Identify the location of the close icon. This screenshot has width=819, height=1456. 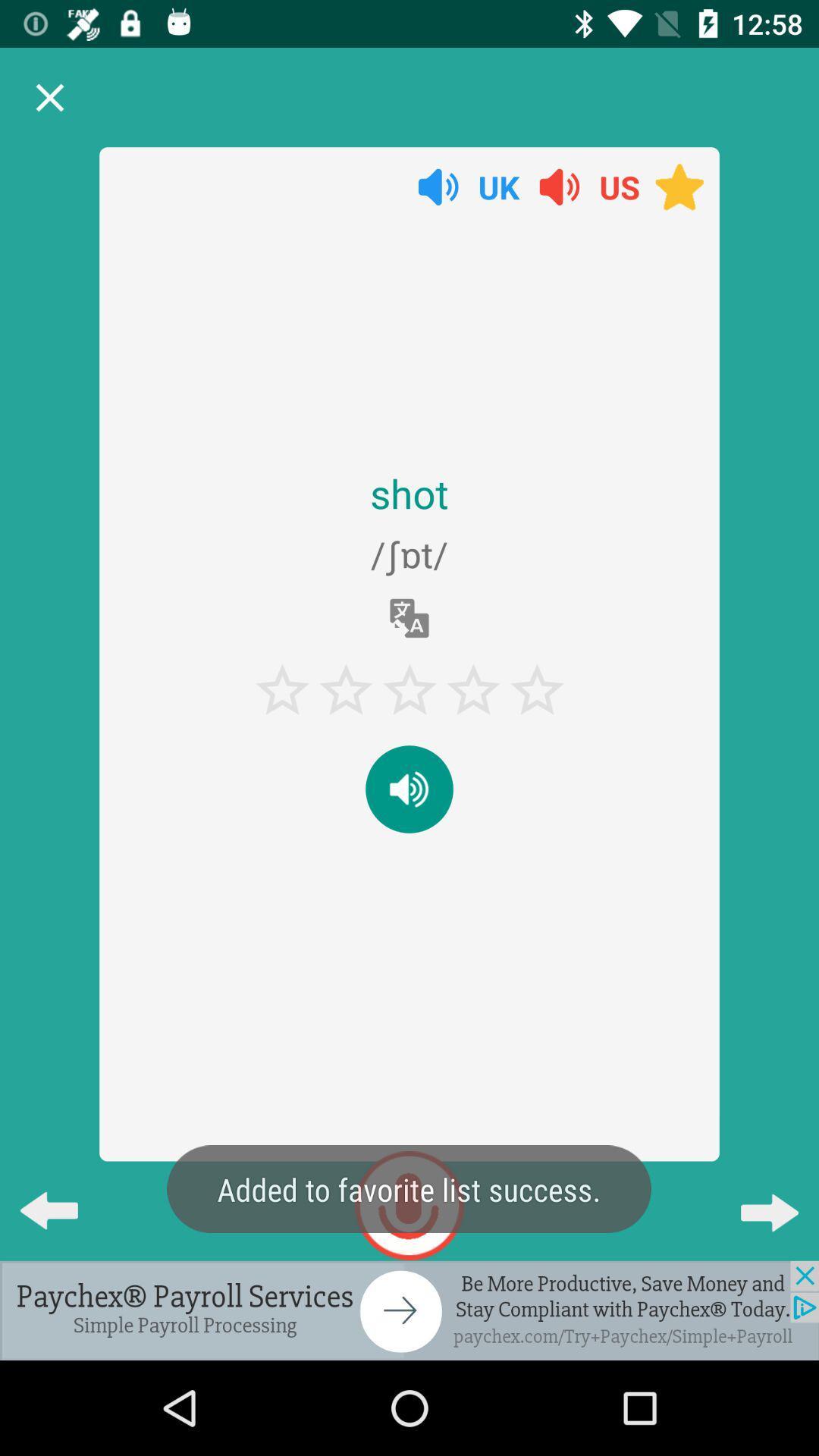
(49, 97).